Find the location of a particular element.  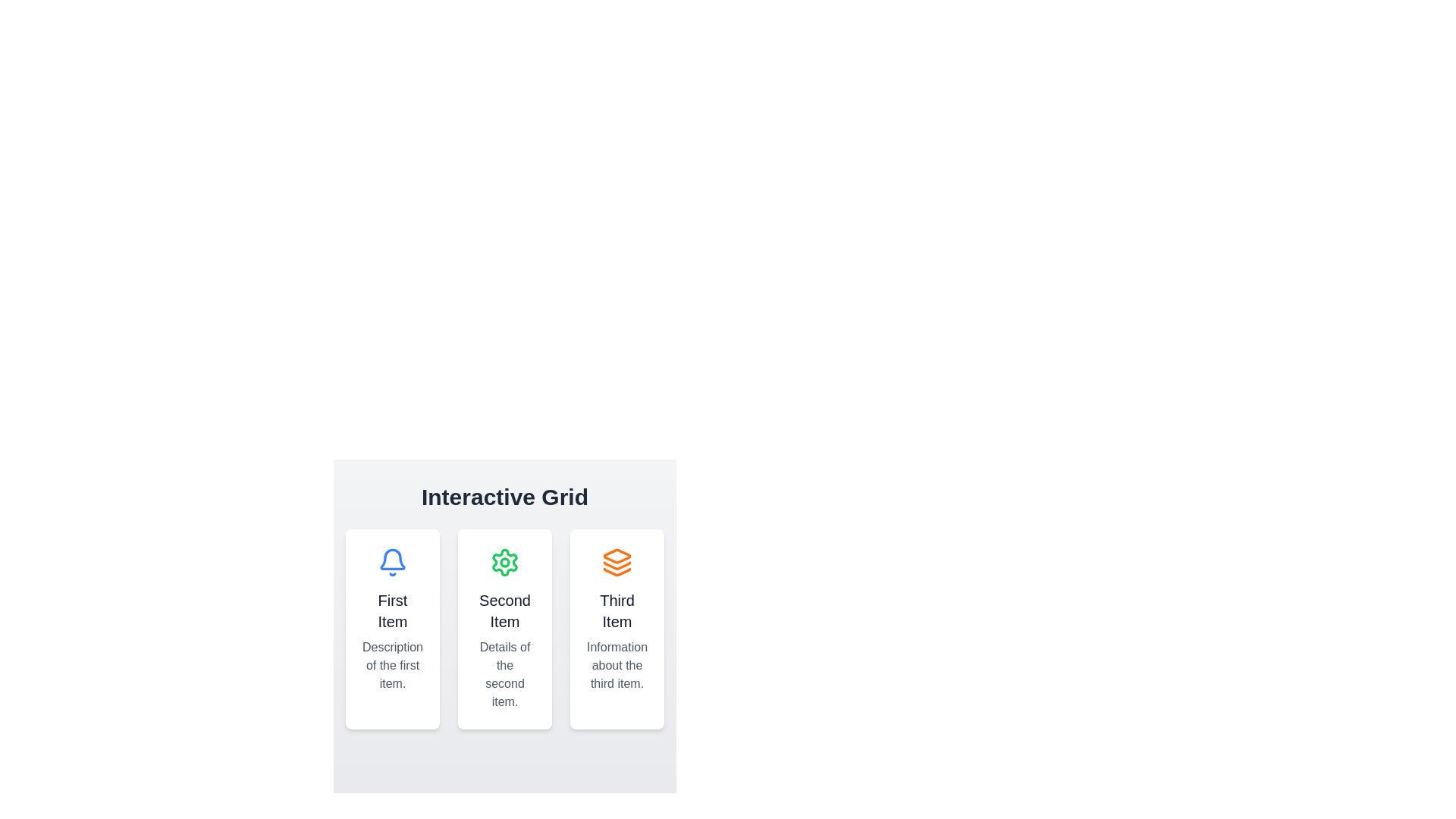

the presence of the blue notification bell icon, which is located at the top portion of the card labeled 'First Item' is located at coordinates (393, 562).